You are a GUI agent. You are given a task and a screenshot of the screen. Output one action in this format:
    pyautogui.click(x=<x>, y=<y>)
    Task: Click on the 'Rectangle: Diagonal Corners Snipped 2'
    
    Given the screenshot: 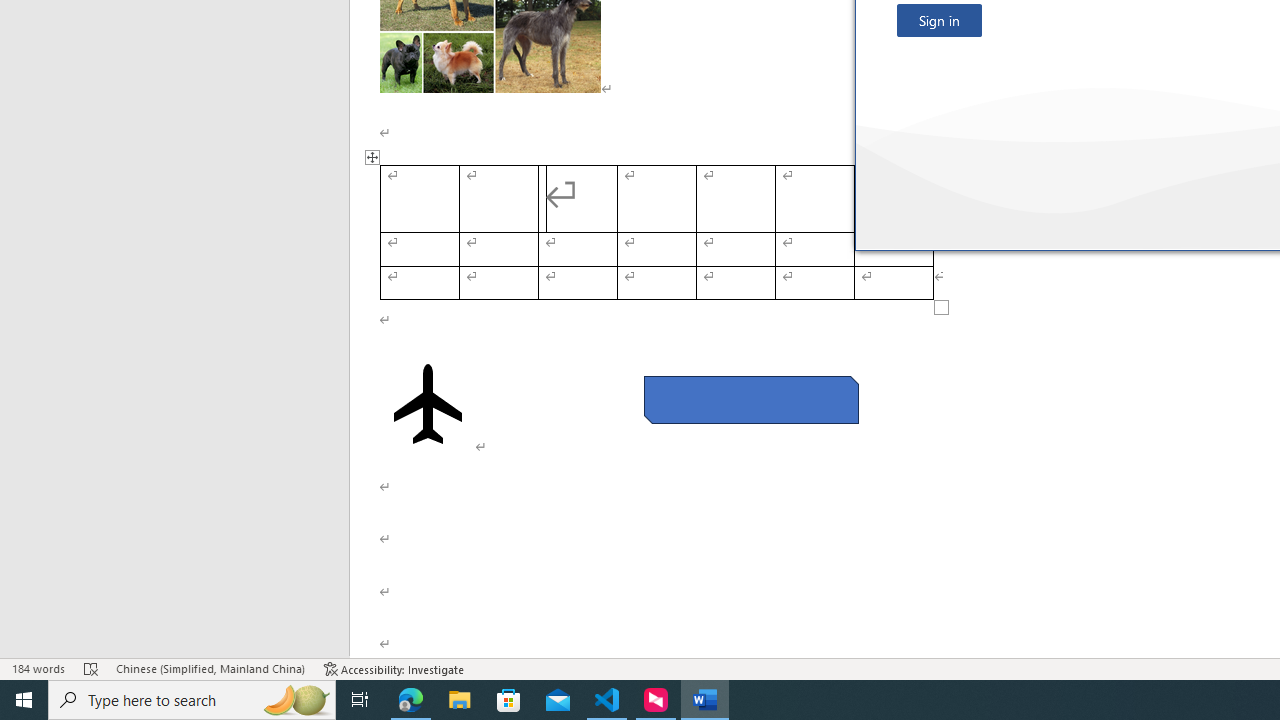 What is the action you would take?
    pyautogui.click(x=750, y=399)
    